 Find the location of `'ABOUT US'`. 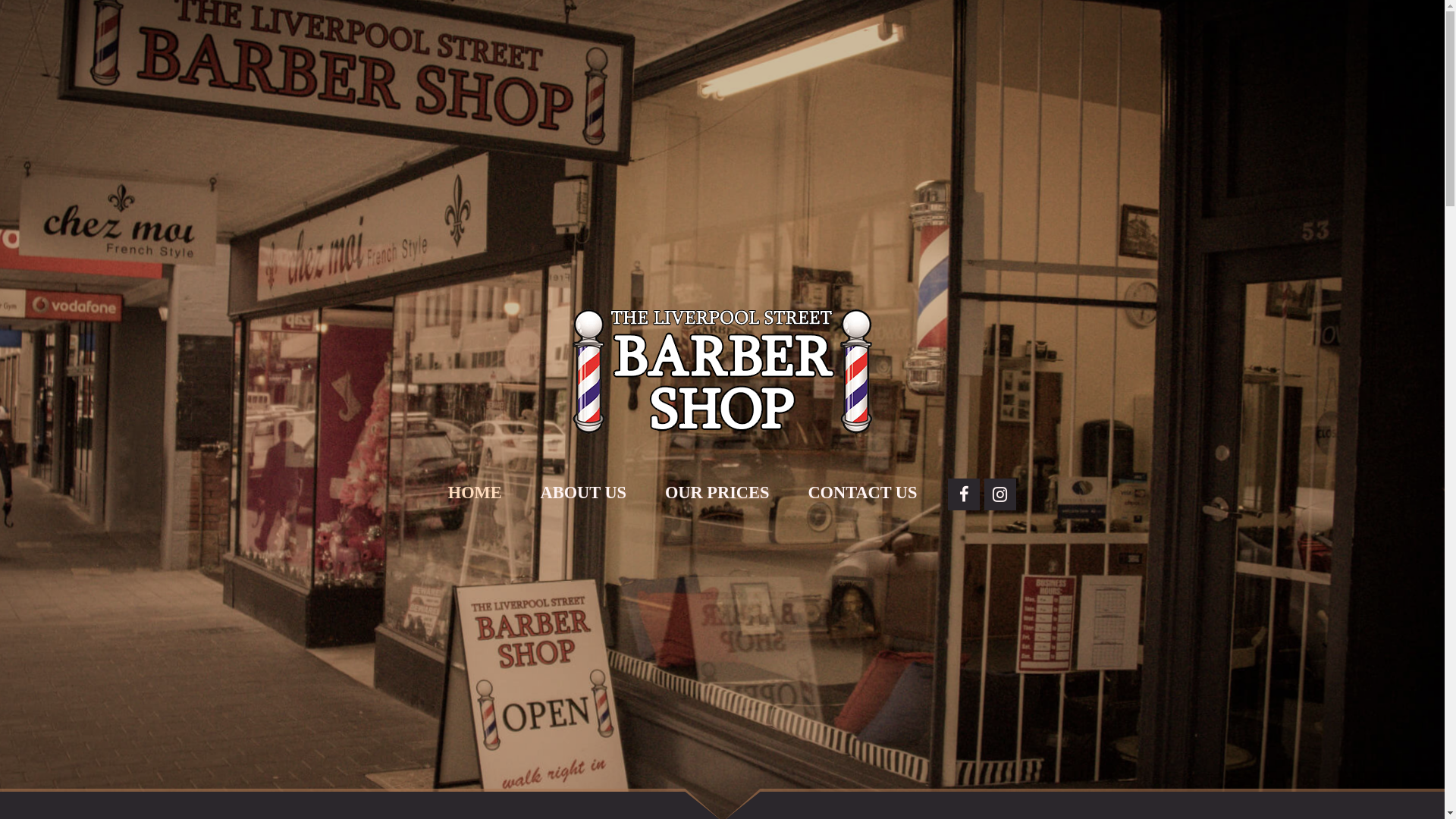

'ABOUT US' is located at coordinates (582, 493).